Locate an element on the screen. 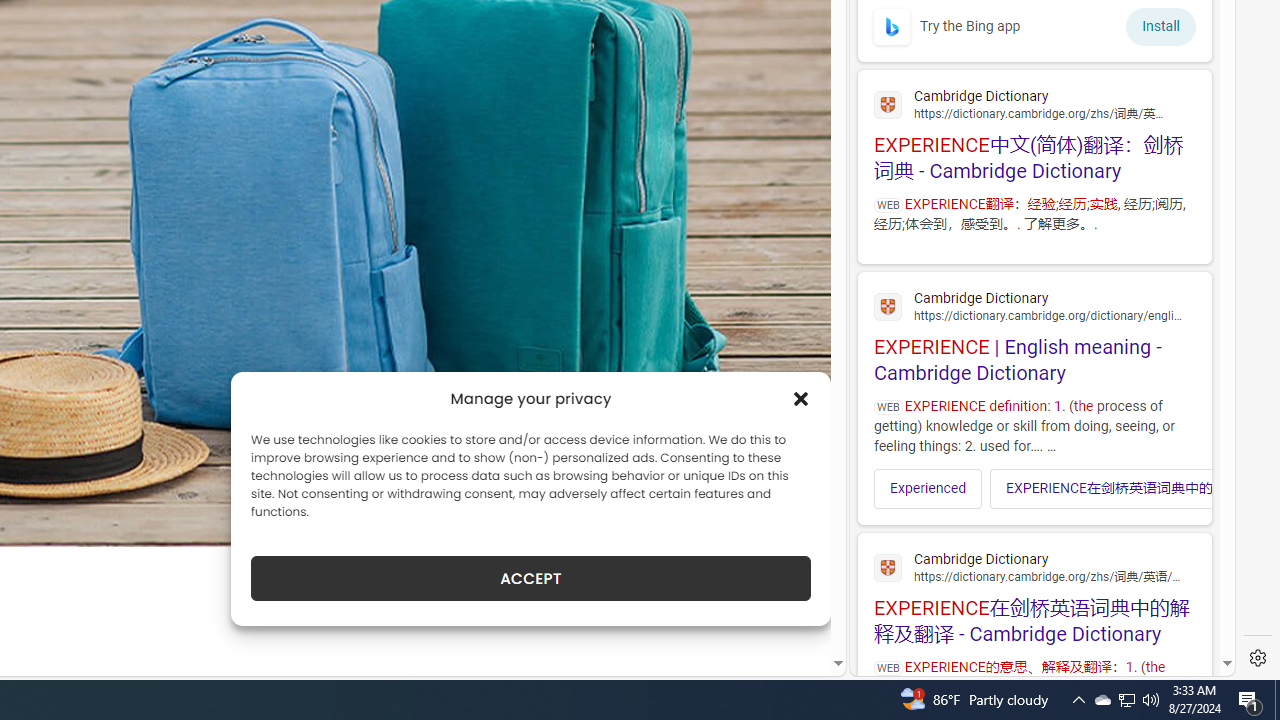 The image size is (1280, 720). 'Global web icon' is located at coordinates (887, 568).